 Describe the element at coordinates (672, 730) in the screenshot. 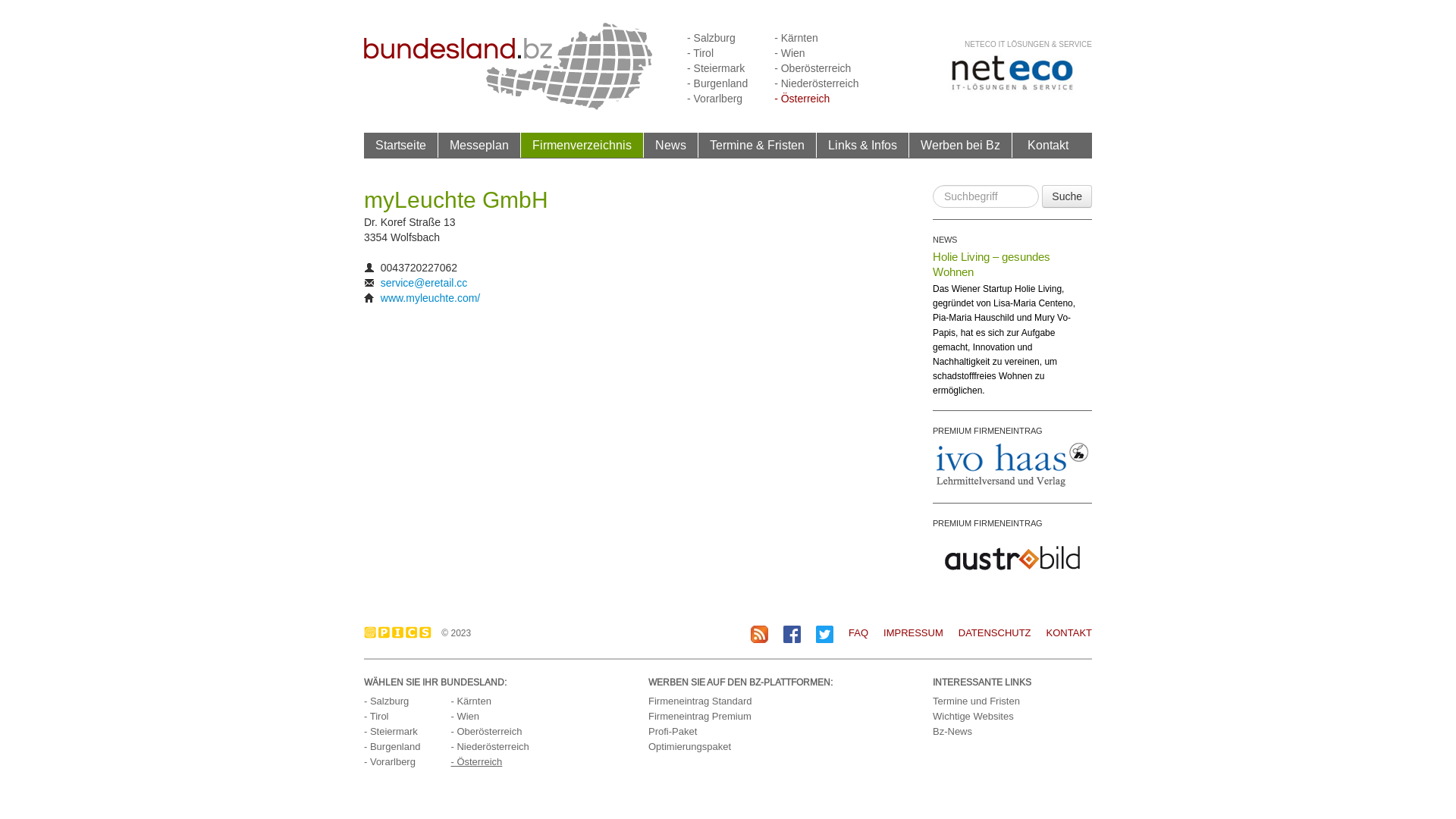

I see `'Profi-Paket'` at that location.